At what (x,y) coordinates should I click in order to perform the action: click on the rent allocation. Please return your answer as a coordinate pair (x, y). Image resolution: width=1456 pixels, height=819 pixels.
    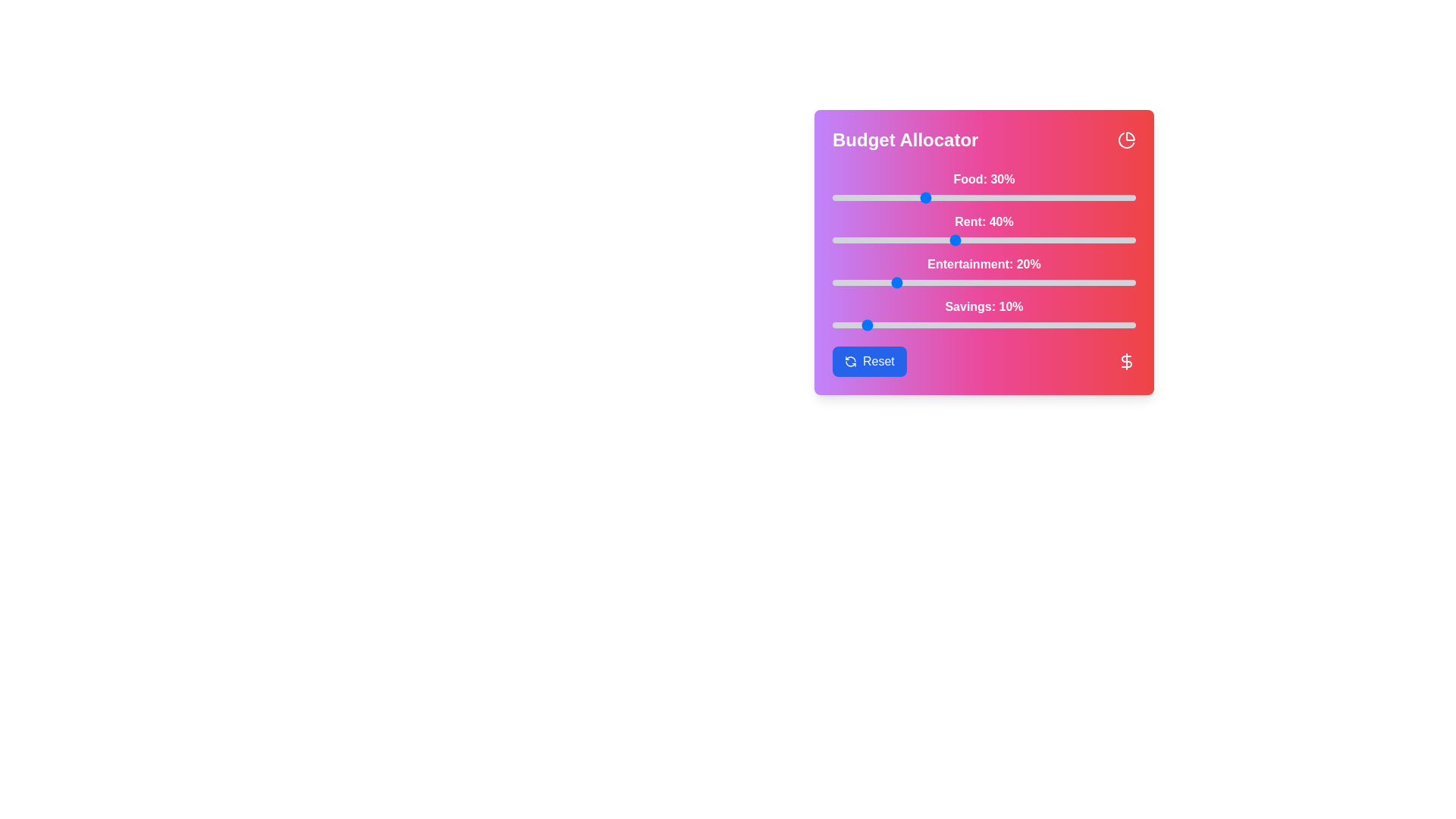
    Looking at the image, I should click on (1068, 239).